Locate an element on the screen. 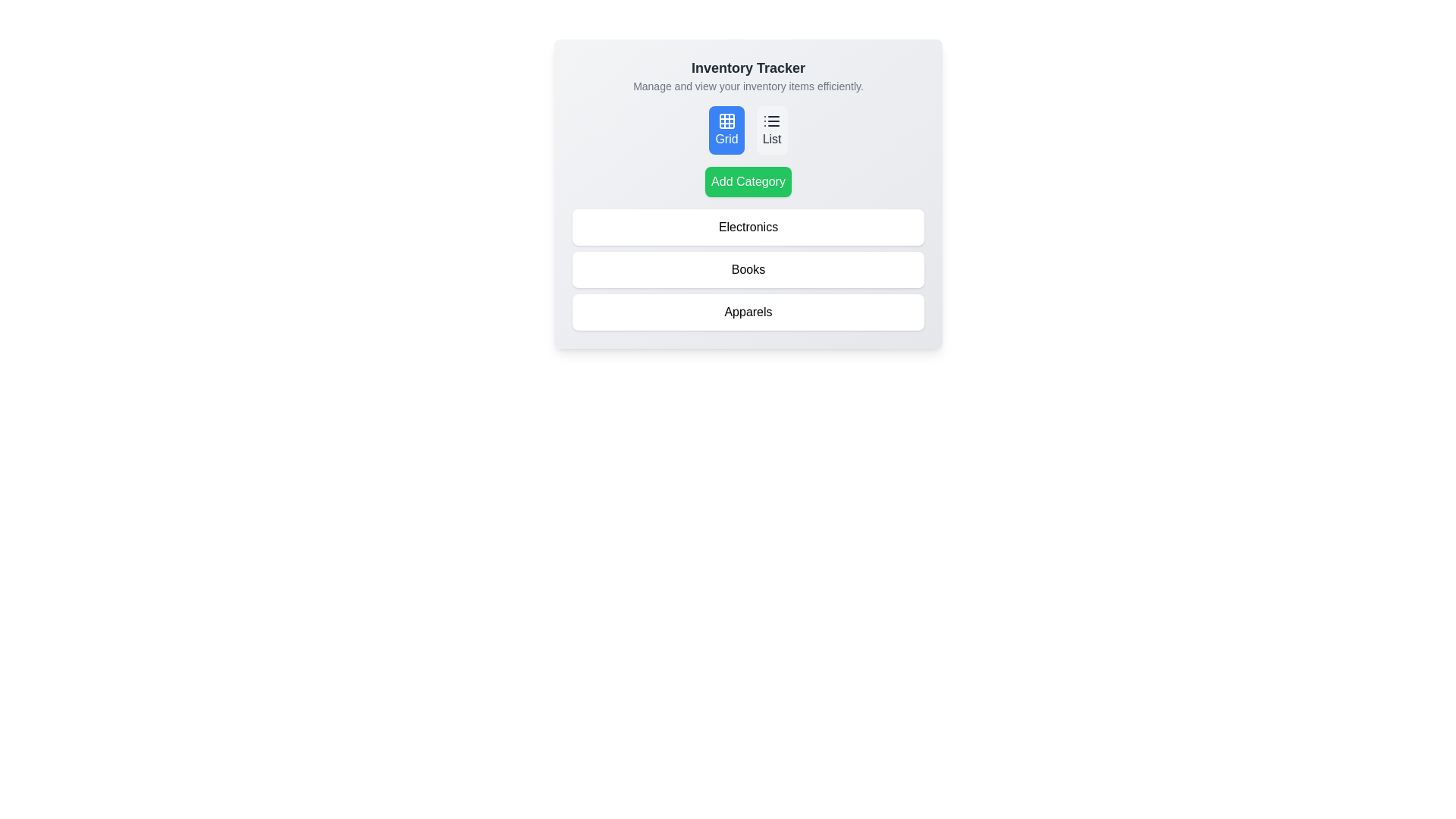  the 'Books' category label button, which is the second button in a vertical stack of three buttons, located beneath the 'Electronics' button and above the 'Apparels' button is located at coordinates (748, 268).